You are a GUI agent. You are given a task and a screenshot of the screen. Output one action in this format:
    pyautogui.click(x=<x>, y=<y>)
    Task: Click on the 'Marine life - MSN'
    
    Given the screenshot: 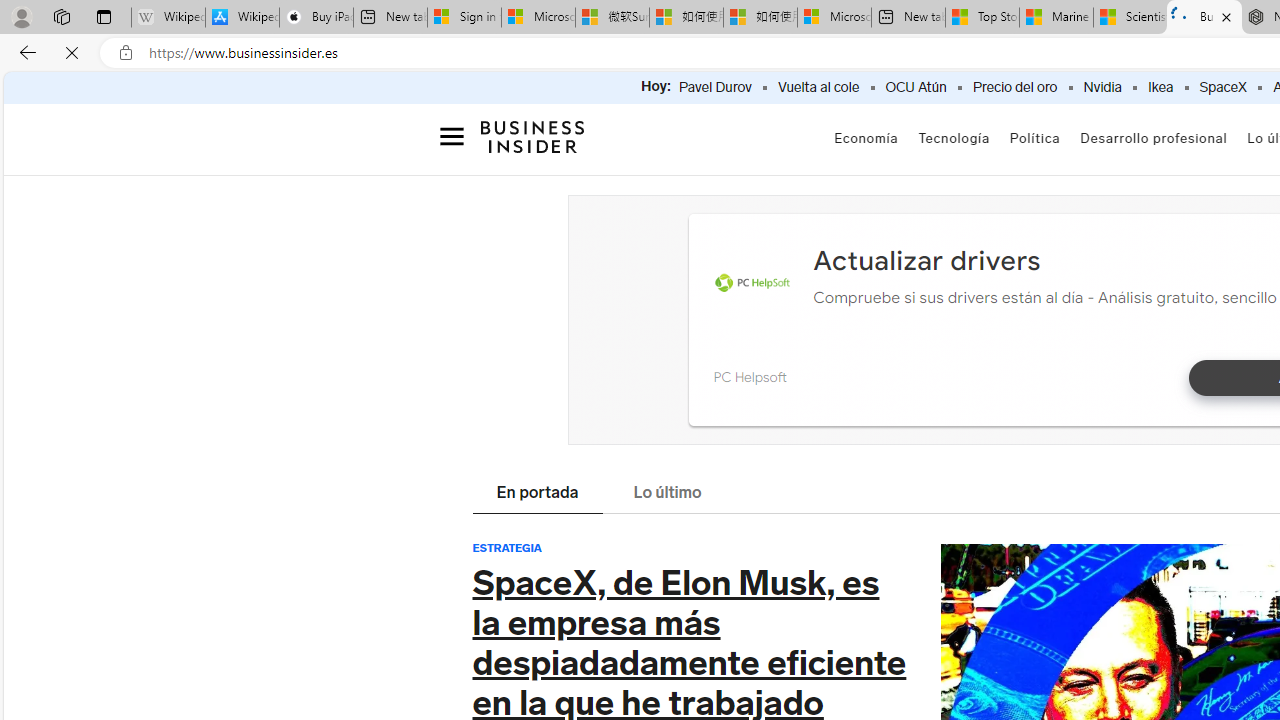 What is the action you would take?
    pyautogui.click(x=1055, y=17)
    